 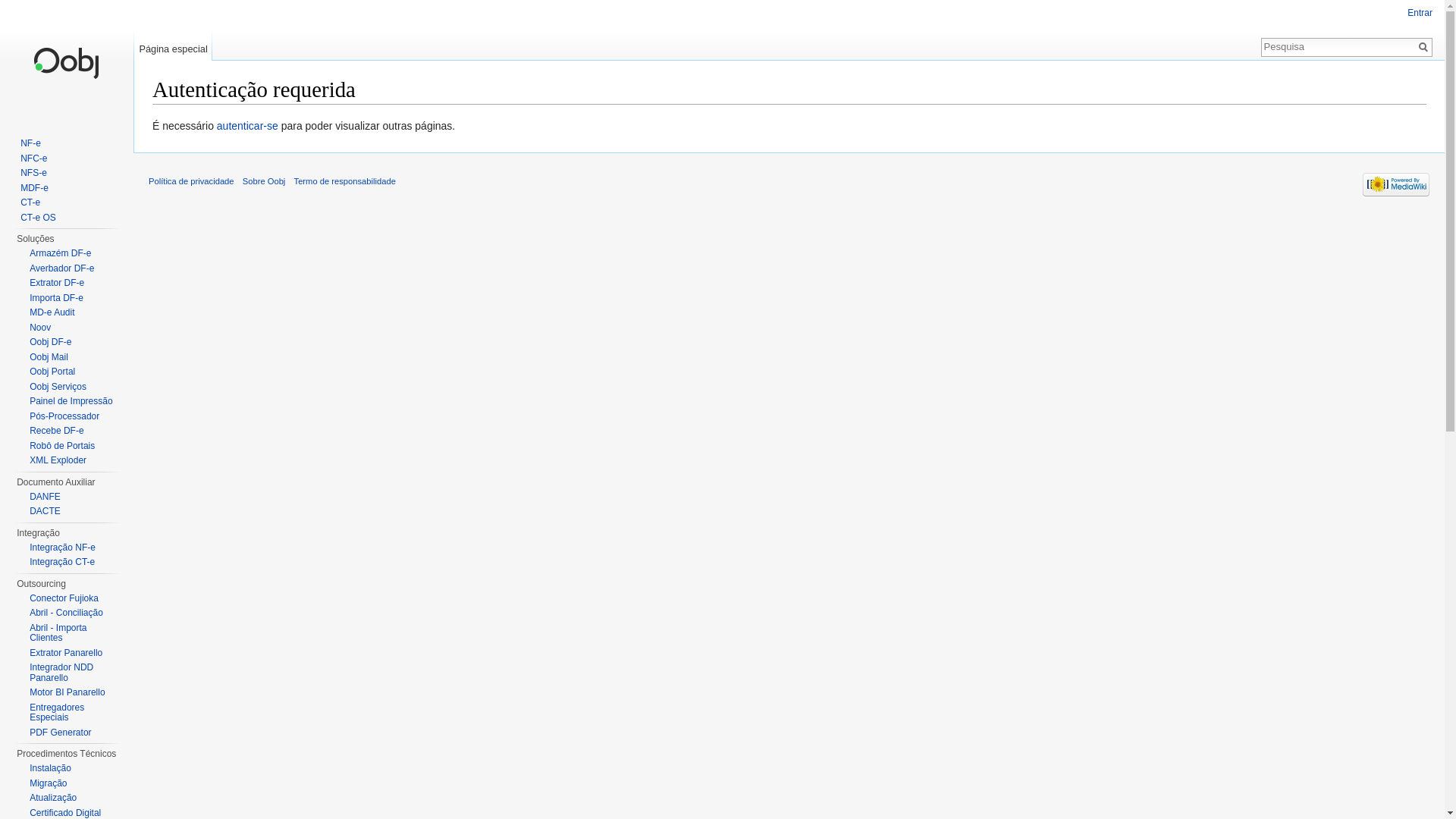 I want to click on 'Ir', so click(x=1422, y=45).